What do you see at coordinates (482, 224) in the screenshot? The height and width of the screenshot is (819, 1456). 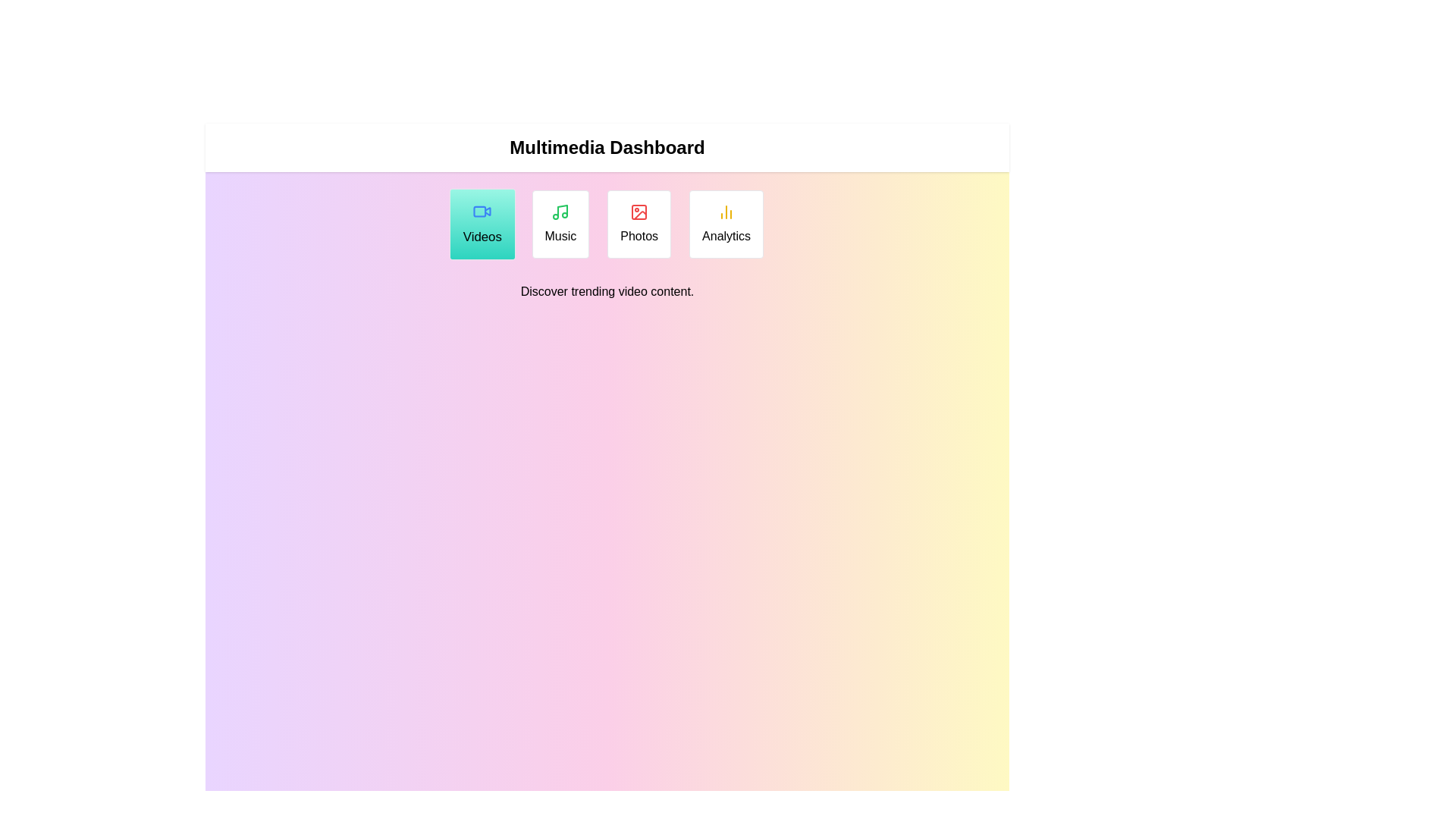 I see `the Videos tab` at bounding box center [482, 224].